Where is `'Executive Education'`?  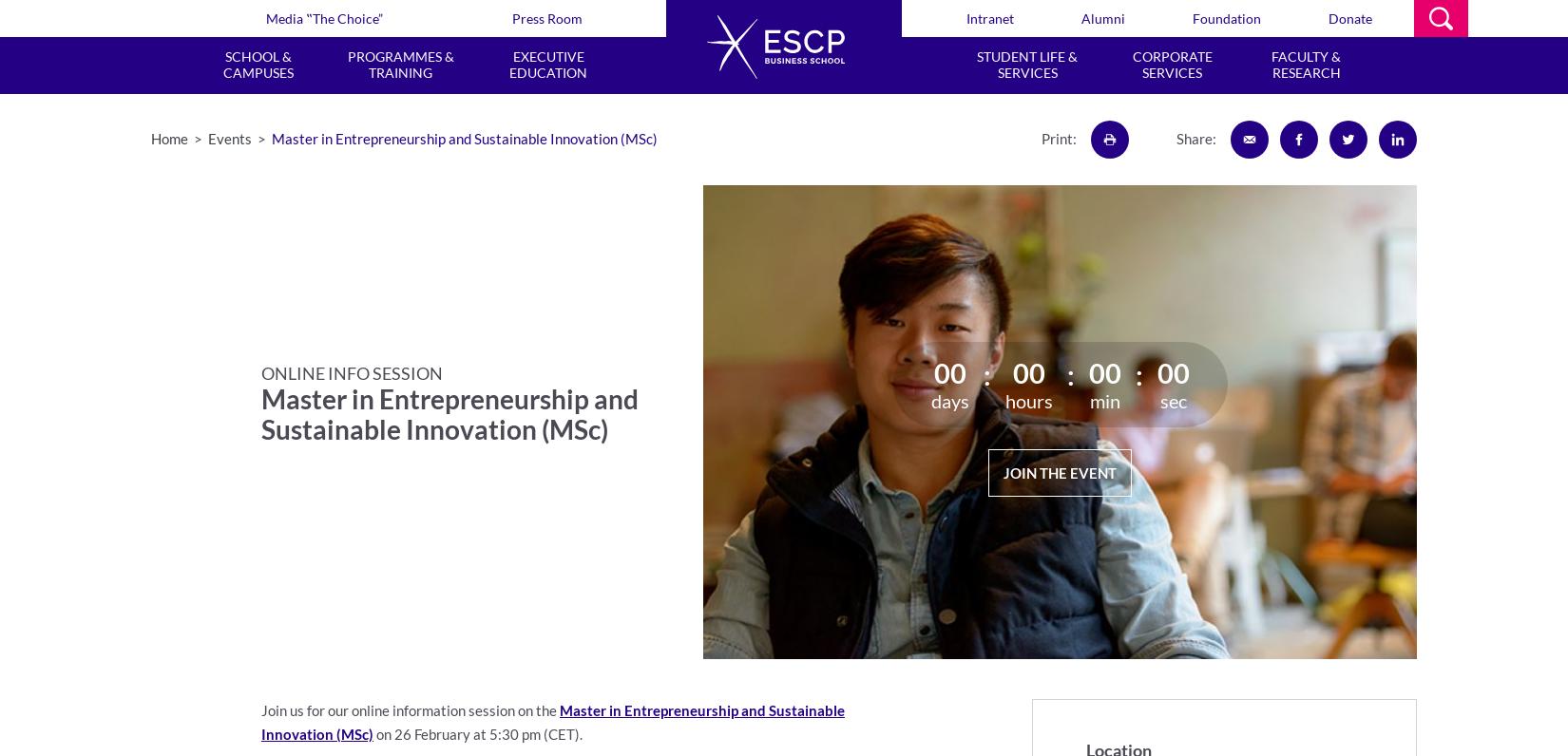
'Executive Education' is located at coordinates (547, 63).